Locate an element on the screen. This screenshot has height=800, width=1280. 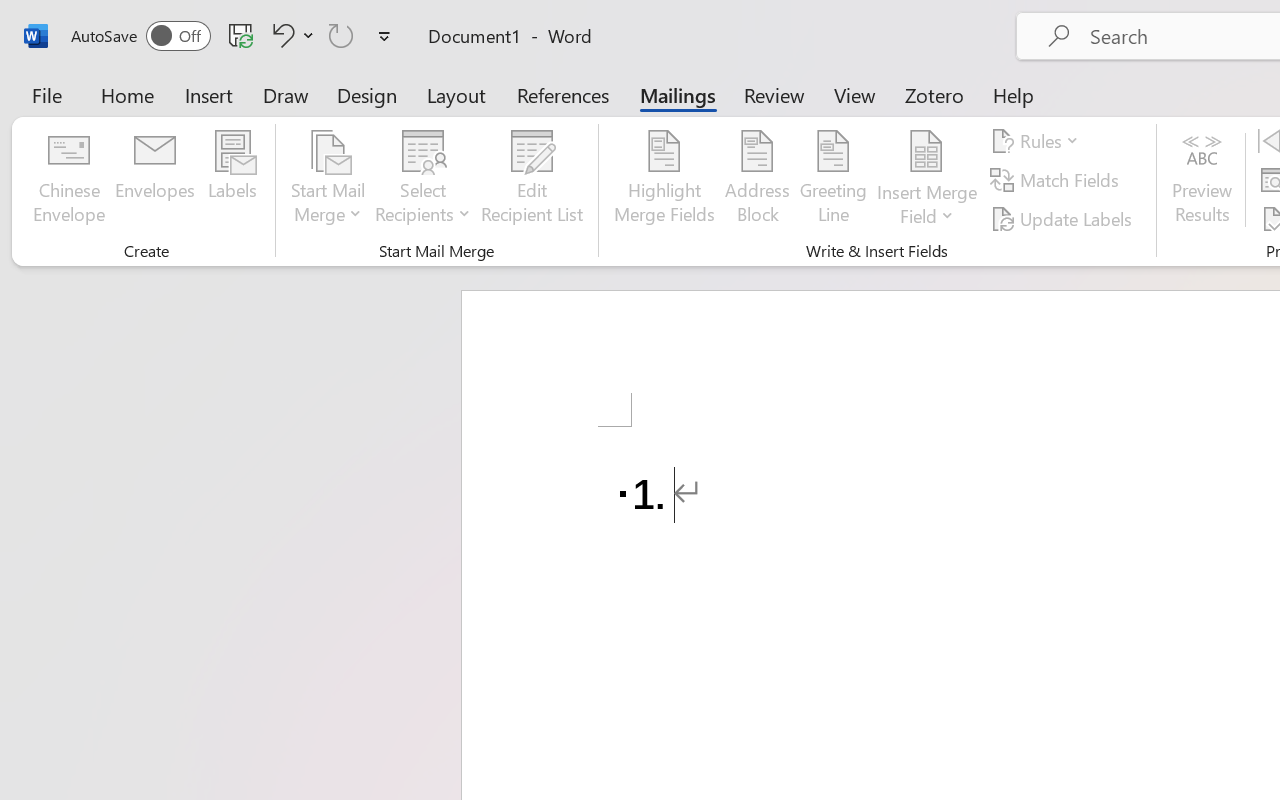
'Rules' is located at coordinates (1038, 141).